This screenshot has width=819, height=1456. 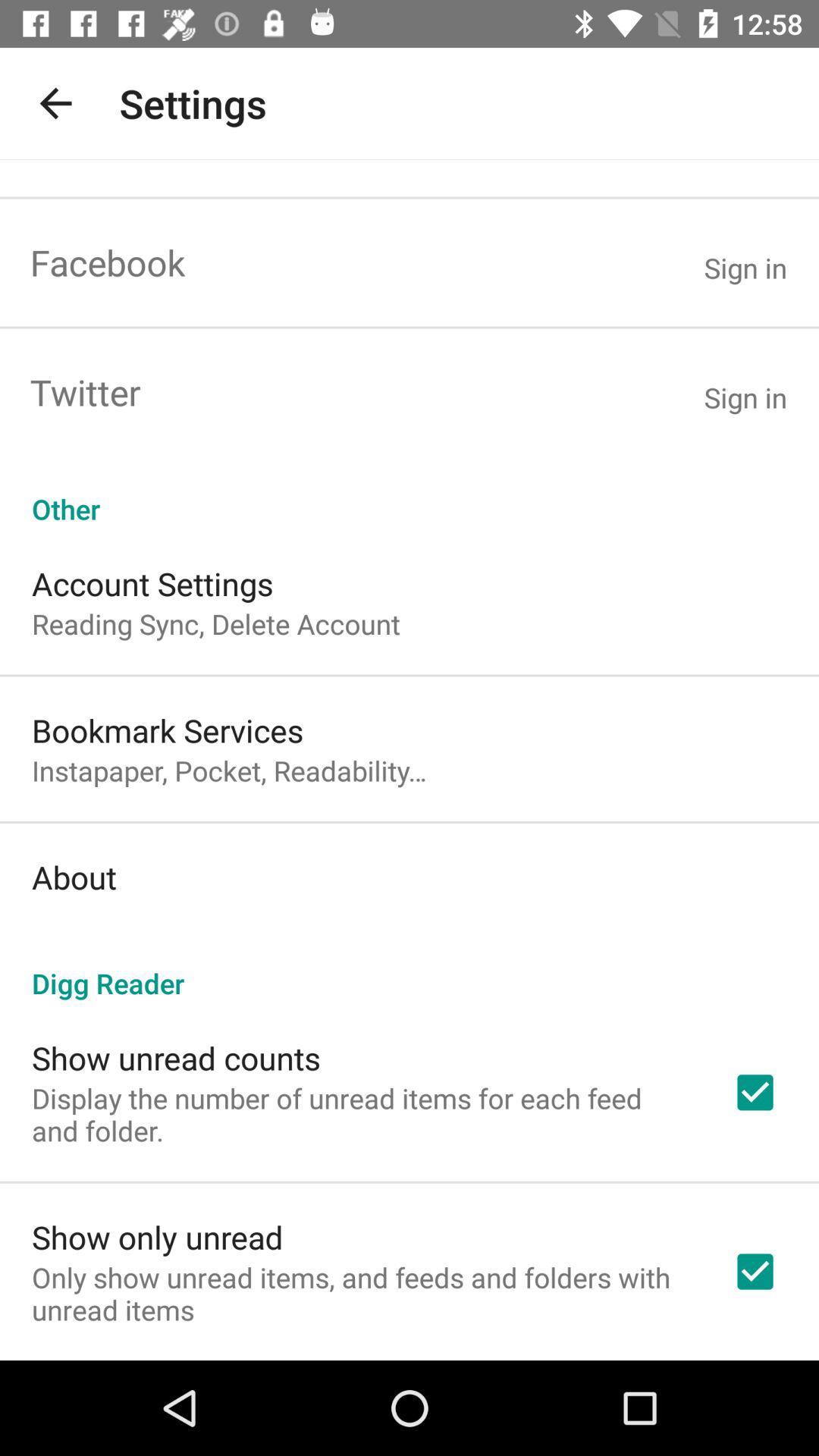 What do you see at coordinates (362, 1114) in the screenshot?
I see `display the number` at bounding box center [362, 1114].